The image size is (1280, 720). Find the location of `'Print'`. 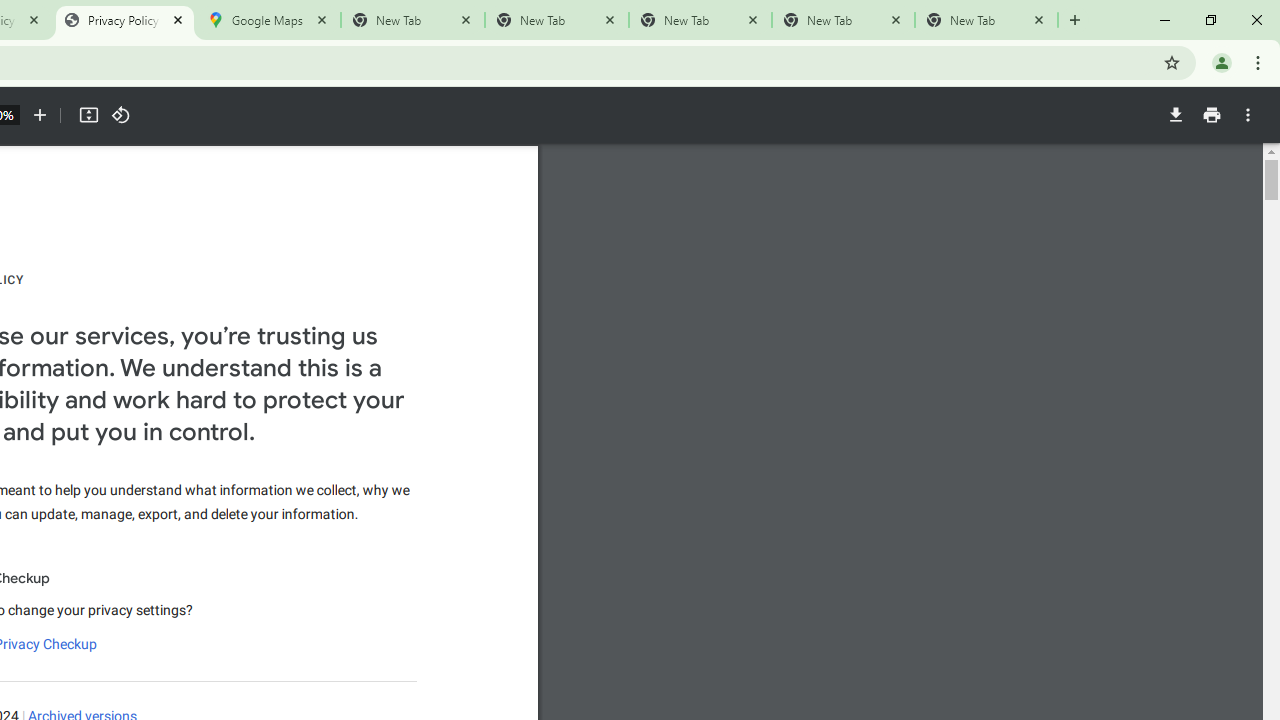

'Print' is located at coordinates (1210, 115).